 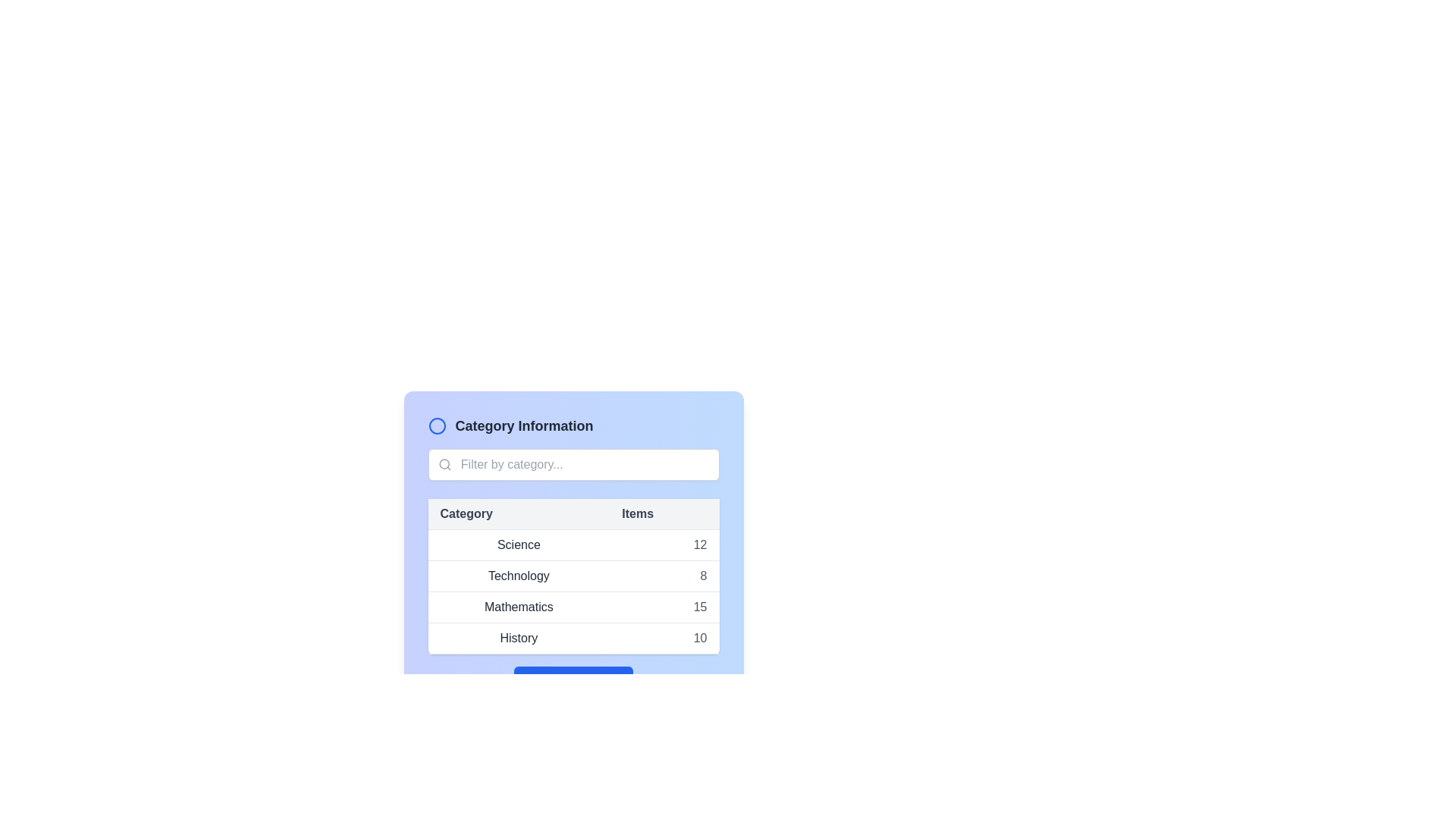 What do you see at coordinates (573, 679) in the screenshot?
I see `the rectangular button with a blue background and white text that reads 'Show Details', located at the bottom of the card layout` at bounding box center [573, 679].